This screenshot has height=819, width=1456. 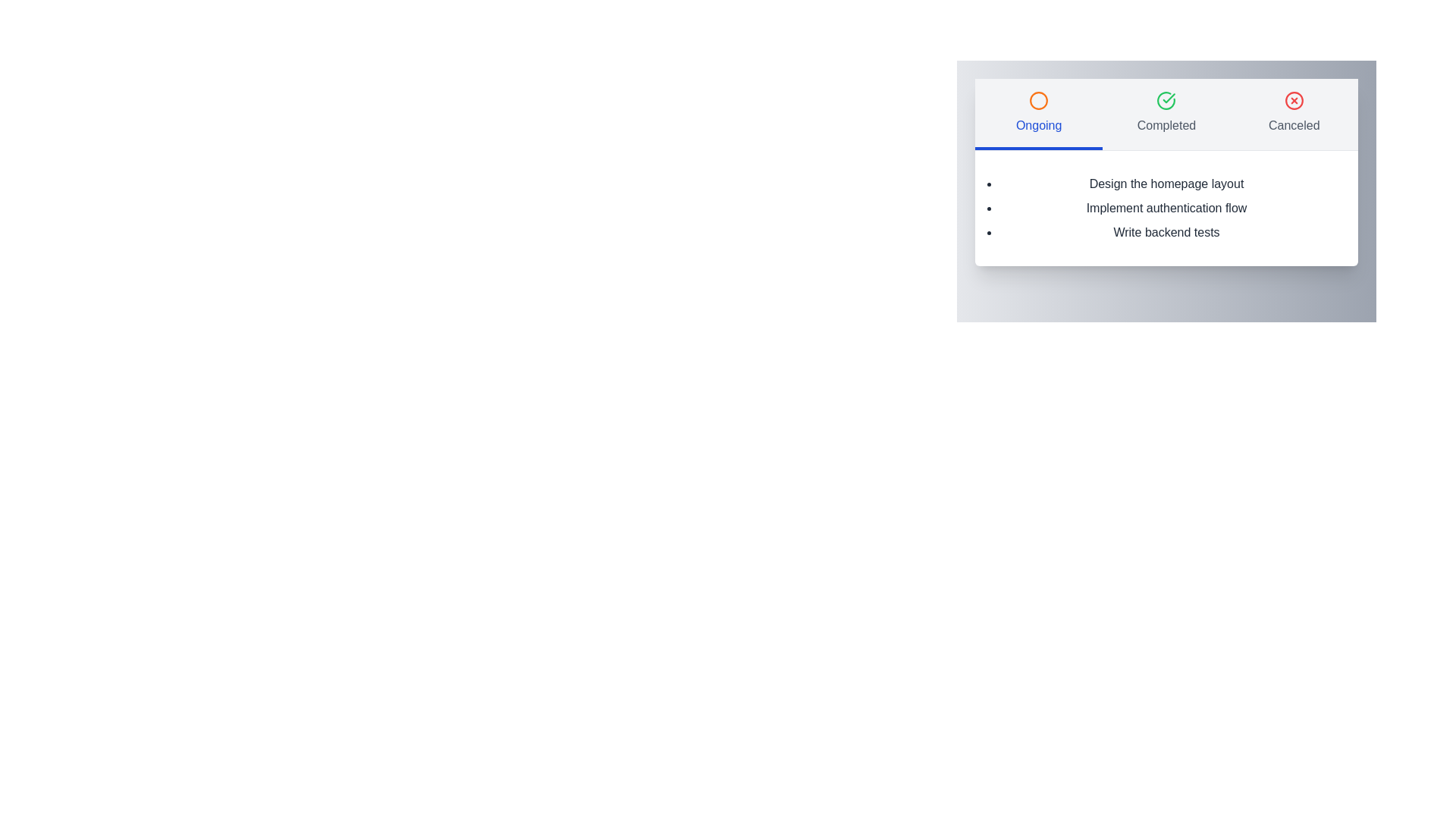 I want to click on the tab labeled Canceled to switch to the corresponding view, so click(x=1292, y=113).